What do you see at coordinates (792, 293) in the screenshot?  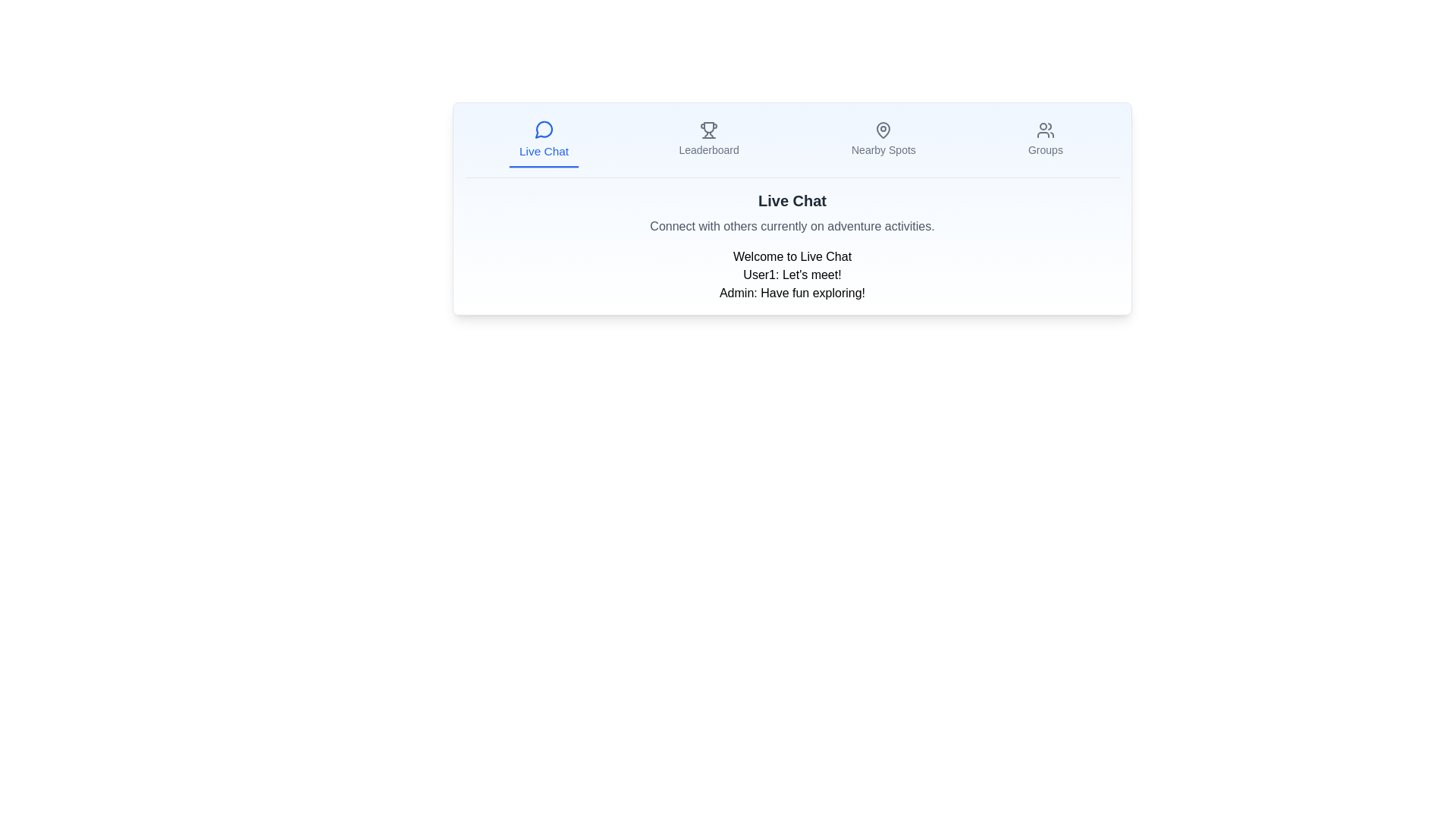 I see `chat message displayed as 'Admin: Have fun exploring!' which is the second message in the 'Live Chat' section` at bounding box center [792, 293].